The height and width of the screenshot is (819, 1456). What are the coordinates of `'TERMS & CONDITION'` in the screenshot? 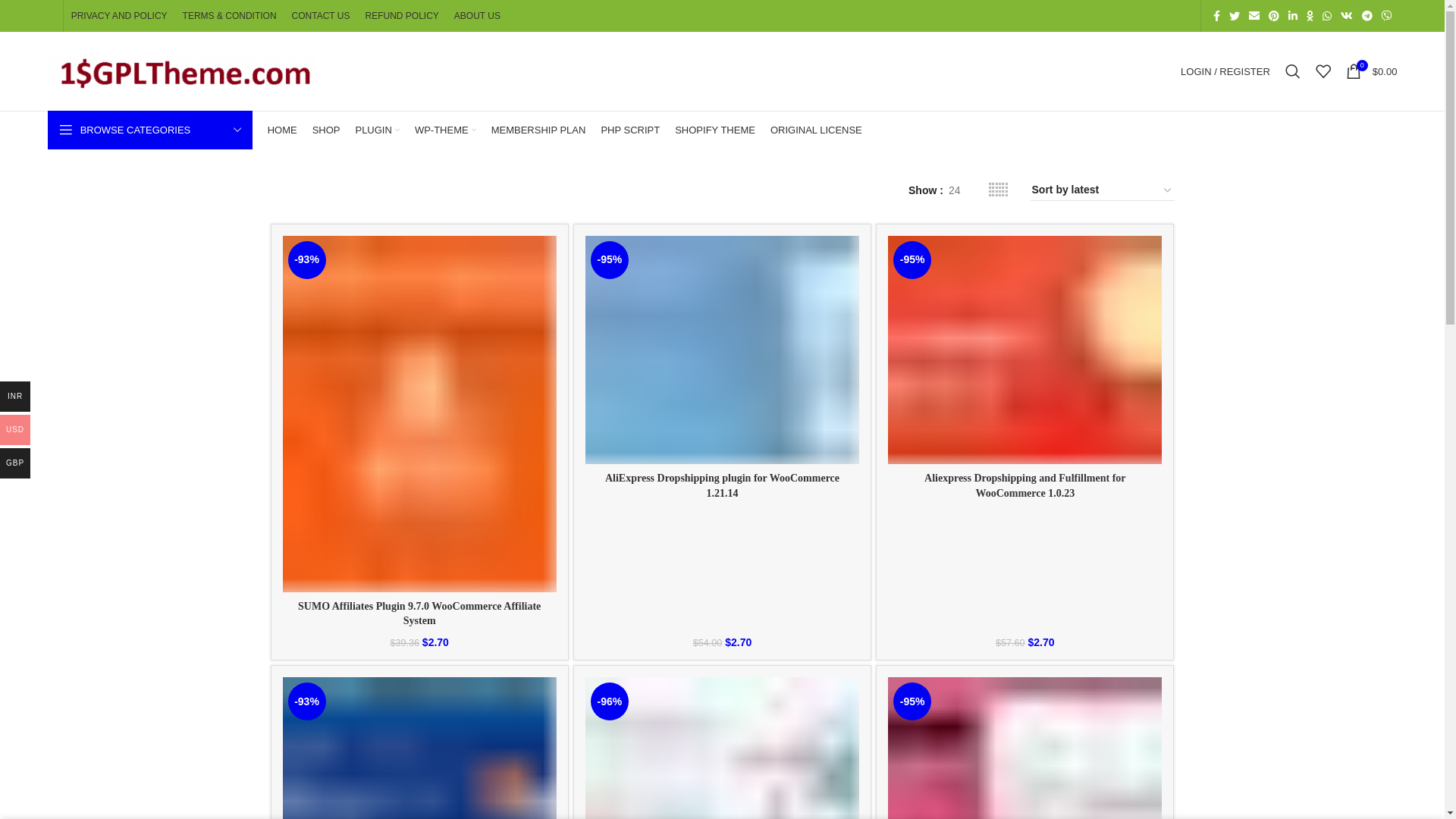 It's located at (228, 15).